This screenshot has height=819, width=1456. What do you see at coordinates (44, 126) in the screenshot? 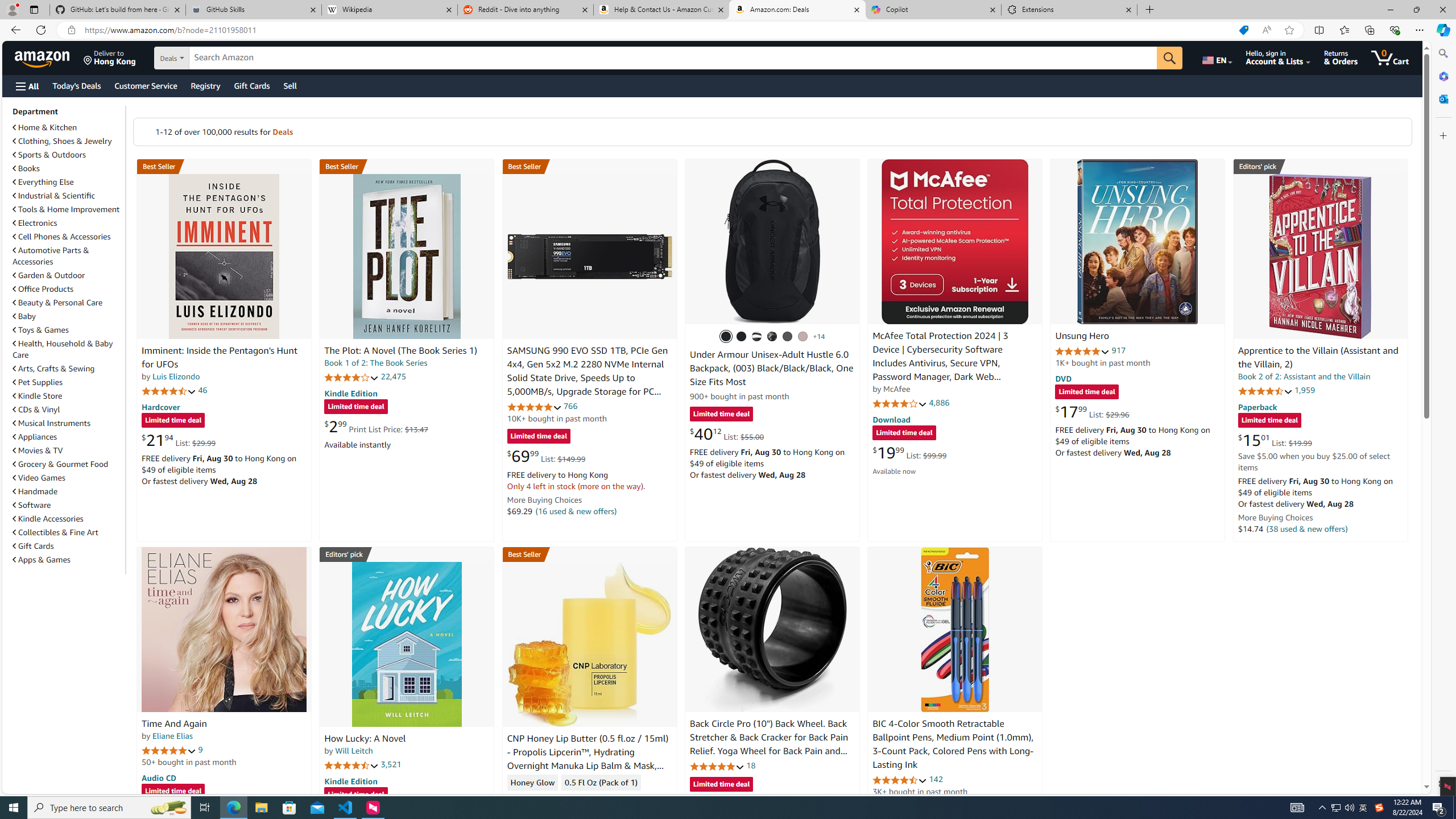
I see `'Home & Kitchen'` at bounding box center [44, 126].